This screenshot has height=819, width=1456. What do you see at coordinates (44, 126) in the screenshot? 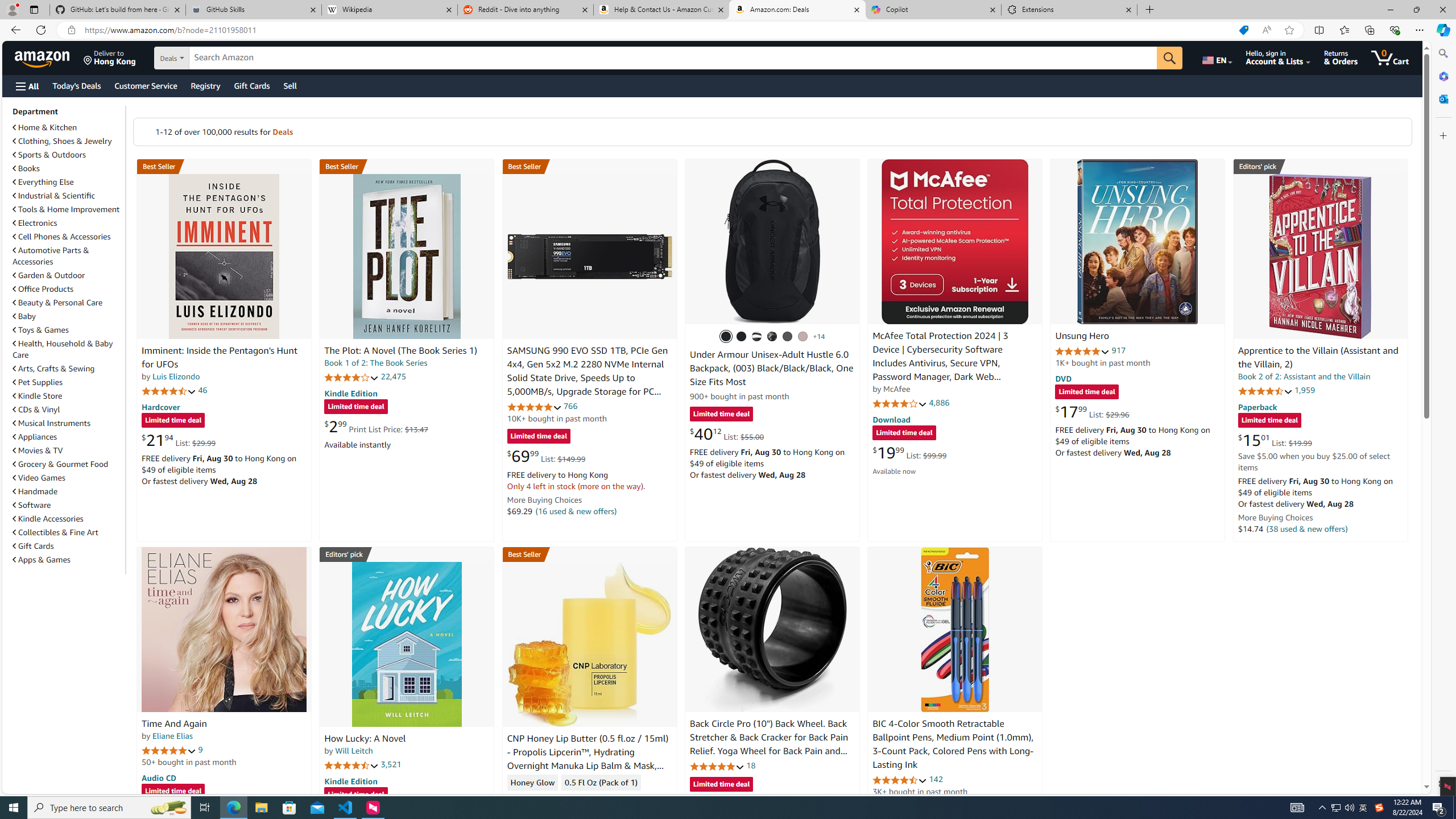
I see `'Home & Kitchen'` at bounding box center [44, 126].